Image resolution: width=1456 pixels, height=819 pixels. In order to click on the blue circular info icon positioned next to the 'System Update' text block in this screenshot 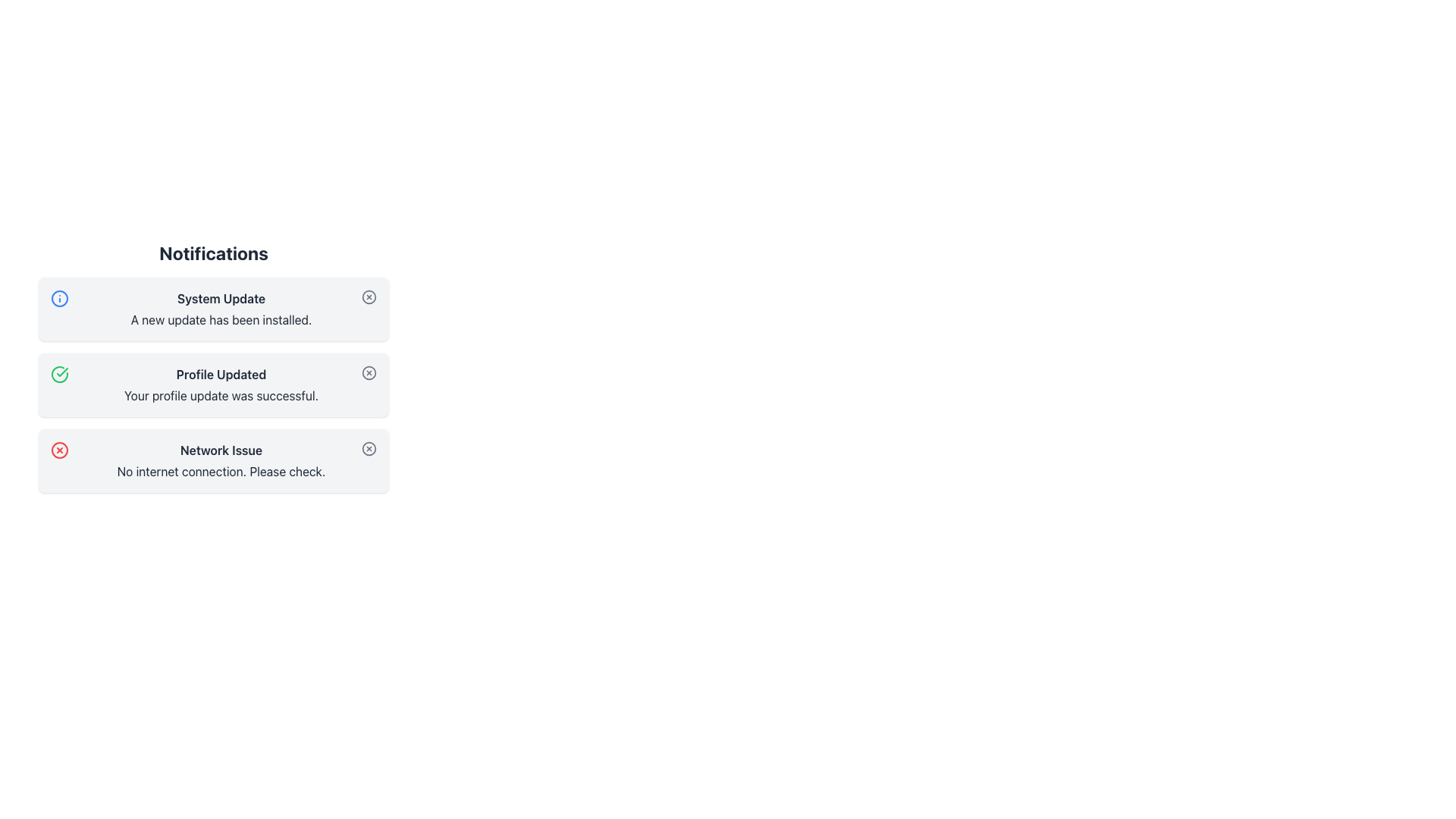, I will do `click(59, 298)`.